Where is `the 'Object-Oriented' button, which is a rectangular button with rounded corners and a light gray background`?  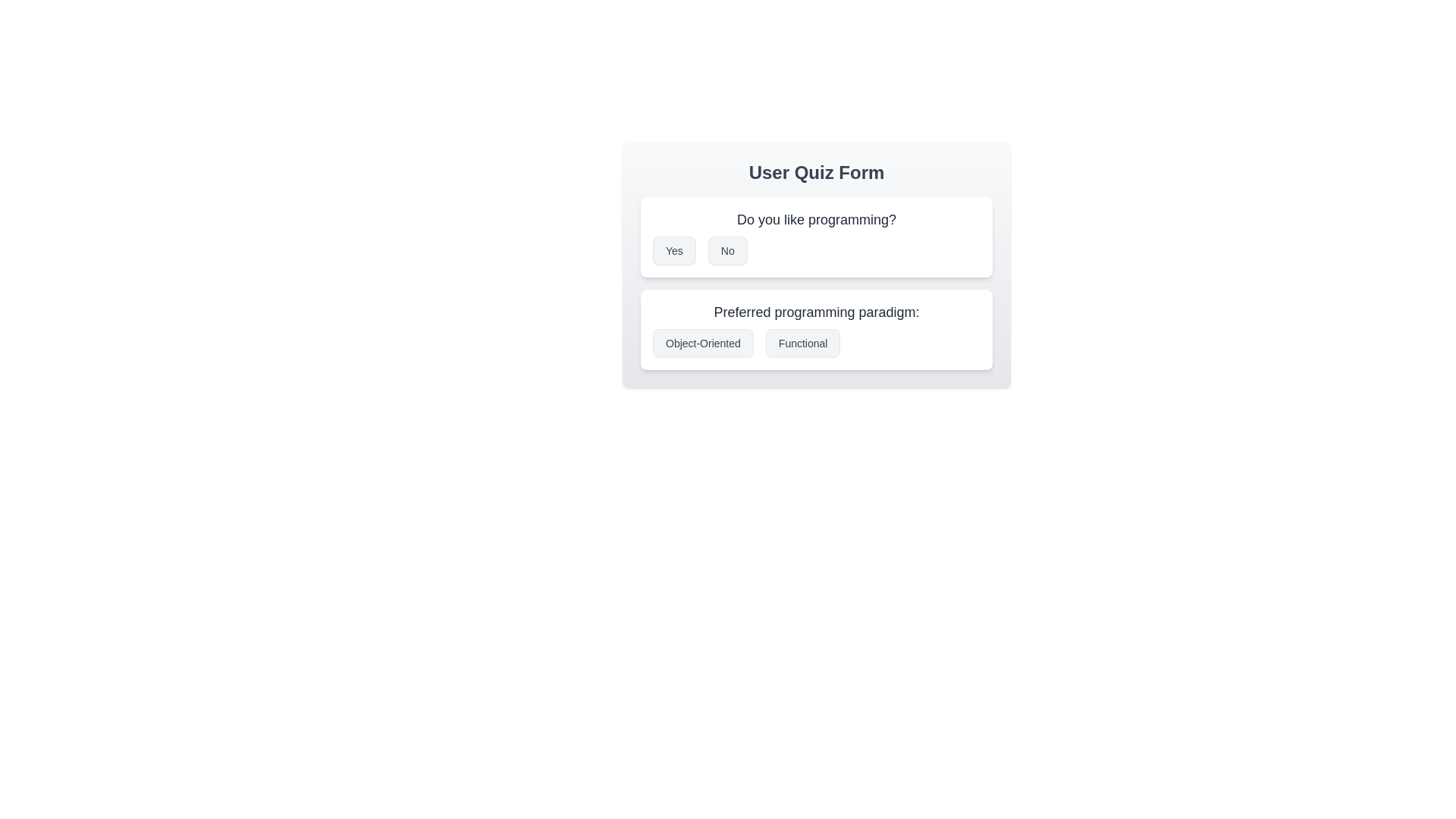
the 'Object-Oriented' button, which is a rectangular button with rounded corners and a light gray background is located at coordinates (702, 343).